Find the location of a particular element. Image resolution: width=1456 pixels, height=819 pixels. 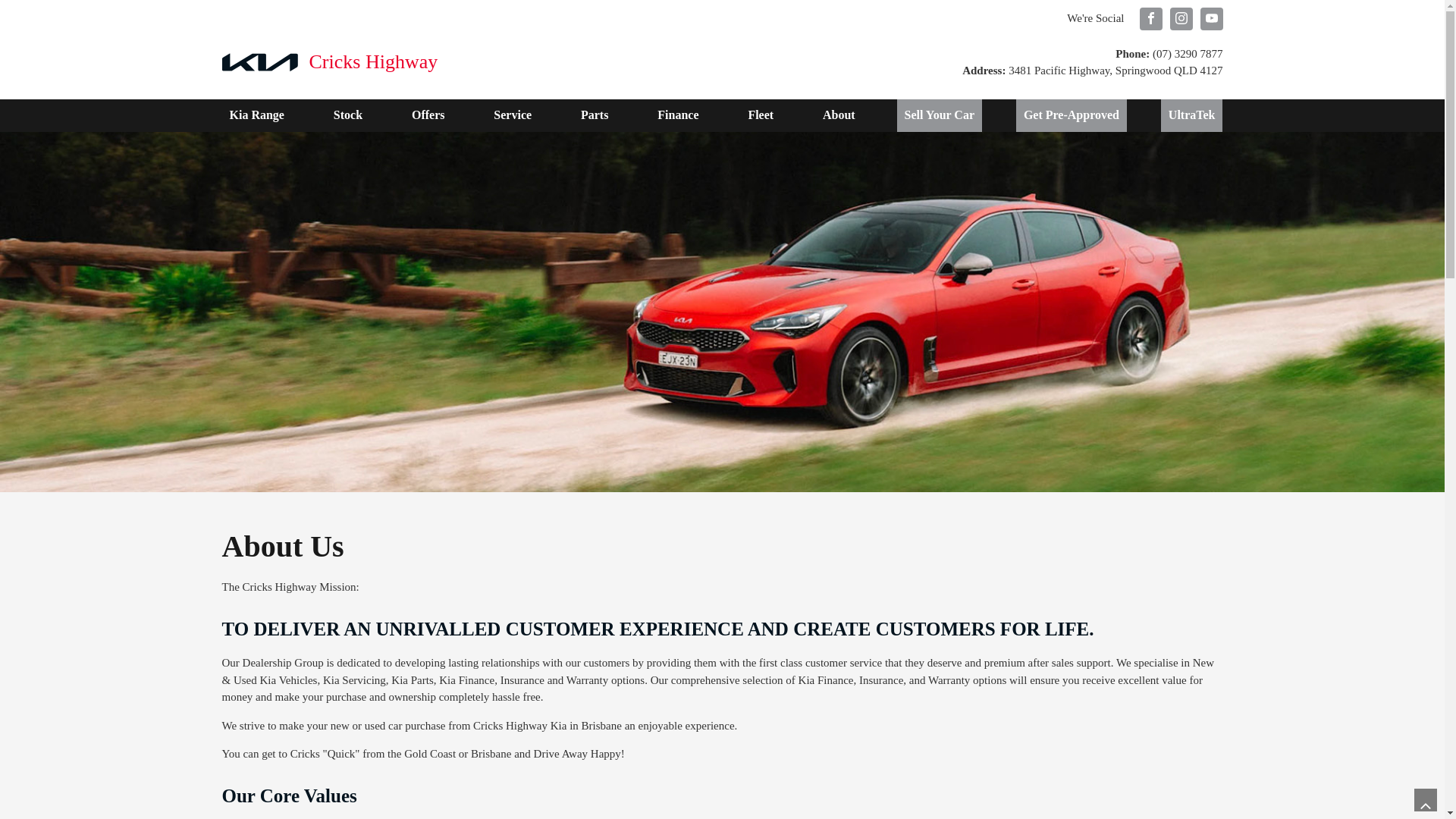

'Offers' is located at coordinates (428, 115).